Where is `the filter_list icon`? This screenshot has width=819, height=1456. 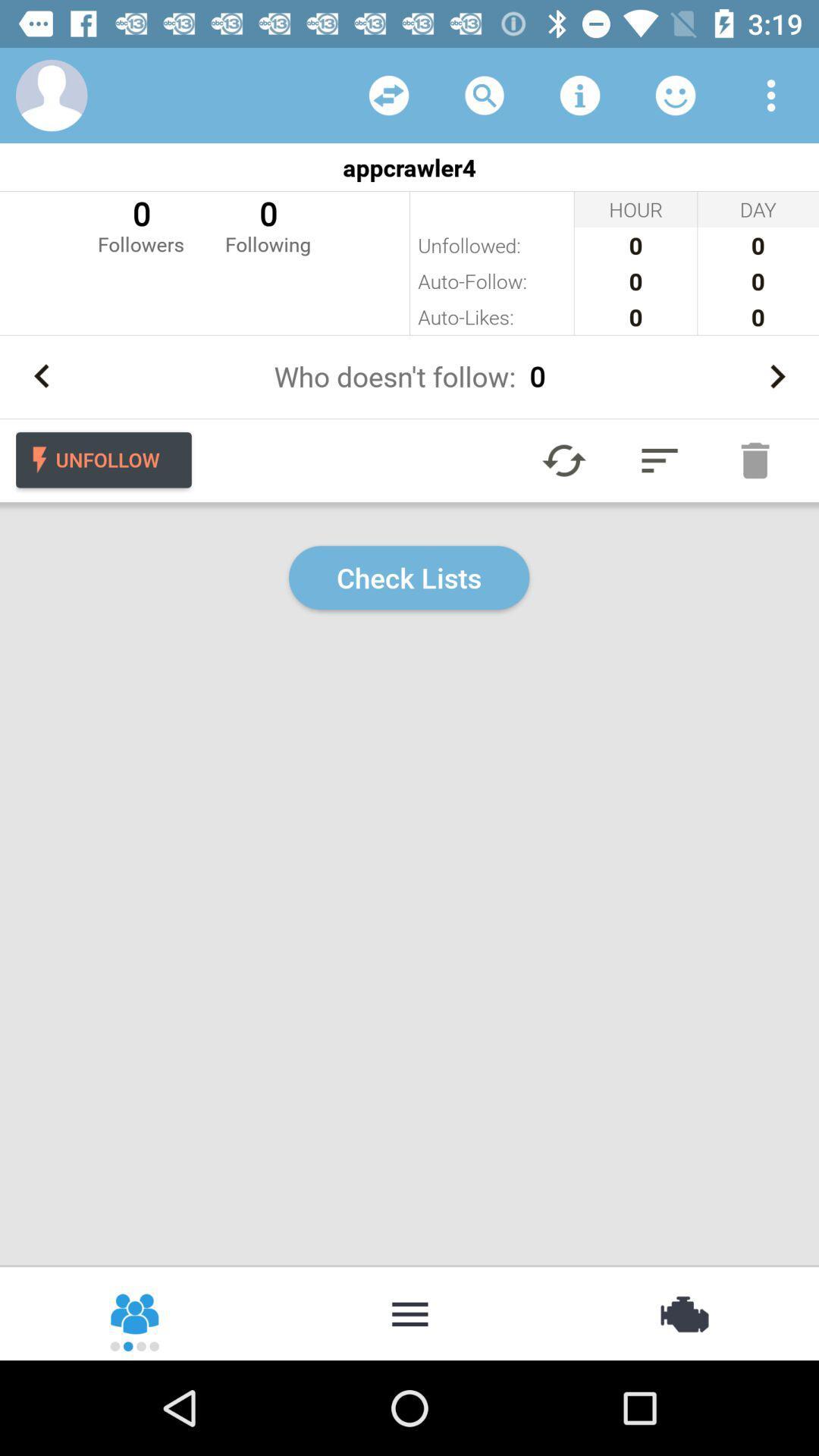 the filter_list icon is located at coordinates (659, 460).